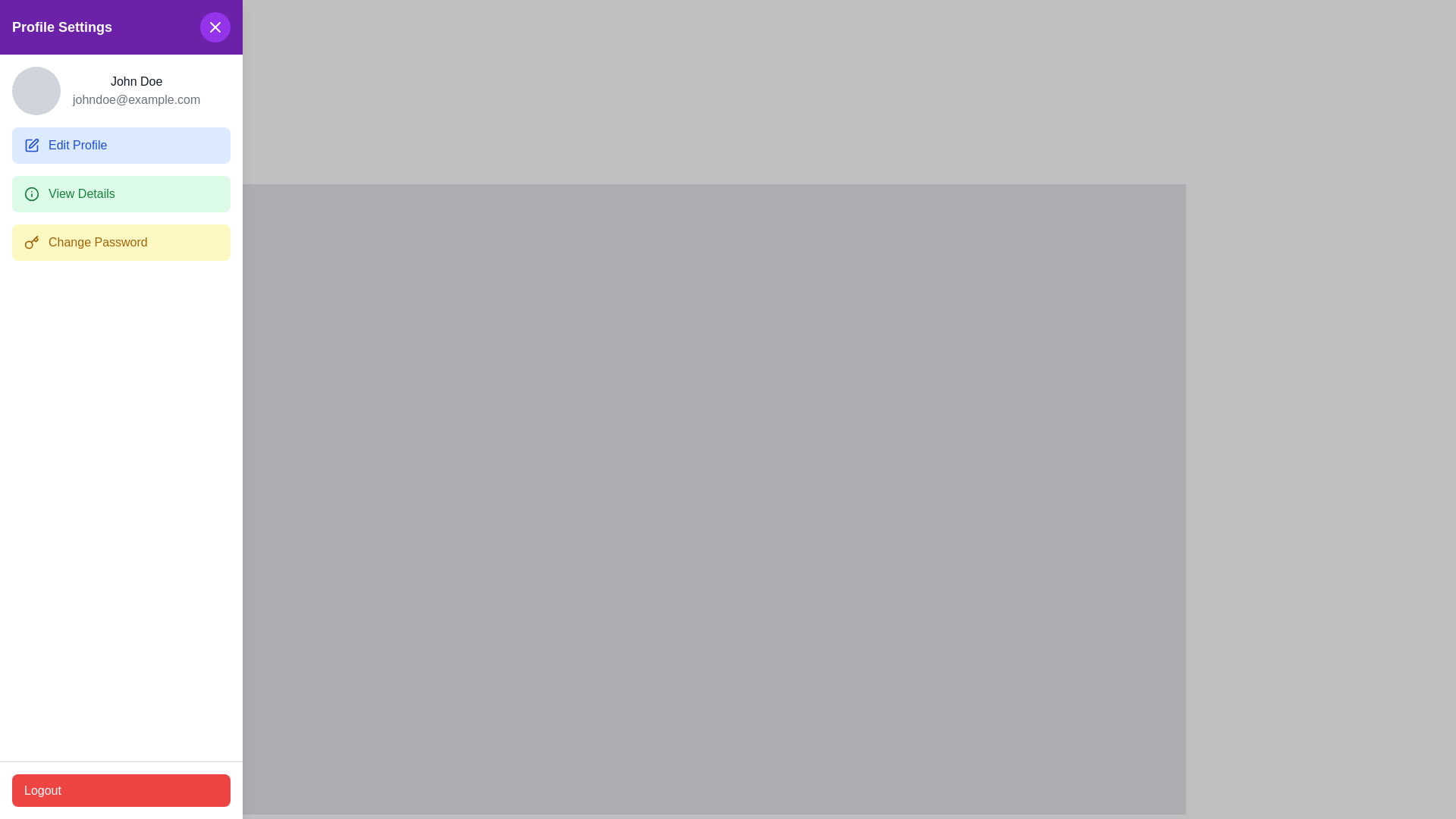  I want to click on the SVG graphic icon representing a key, which is located to the immediate left of the text label on the 'Change Password' button in the Profile Settings section, so click(32, 242).